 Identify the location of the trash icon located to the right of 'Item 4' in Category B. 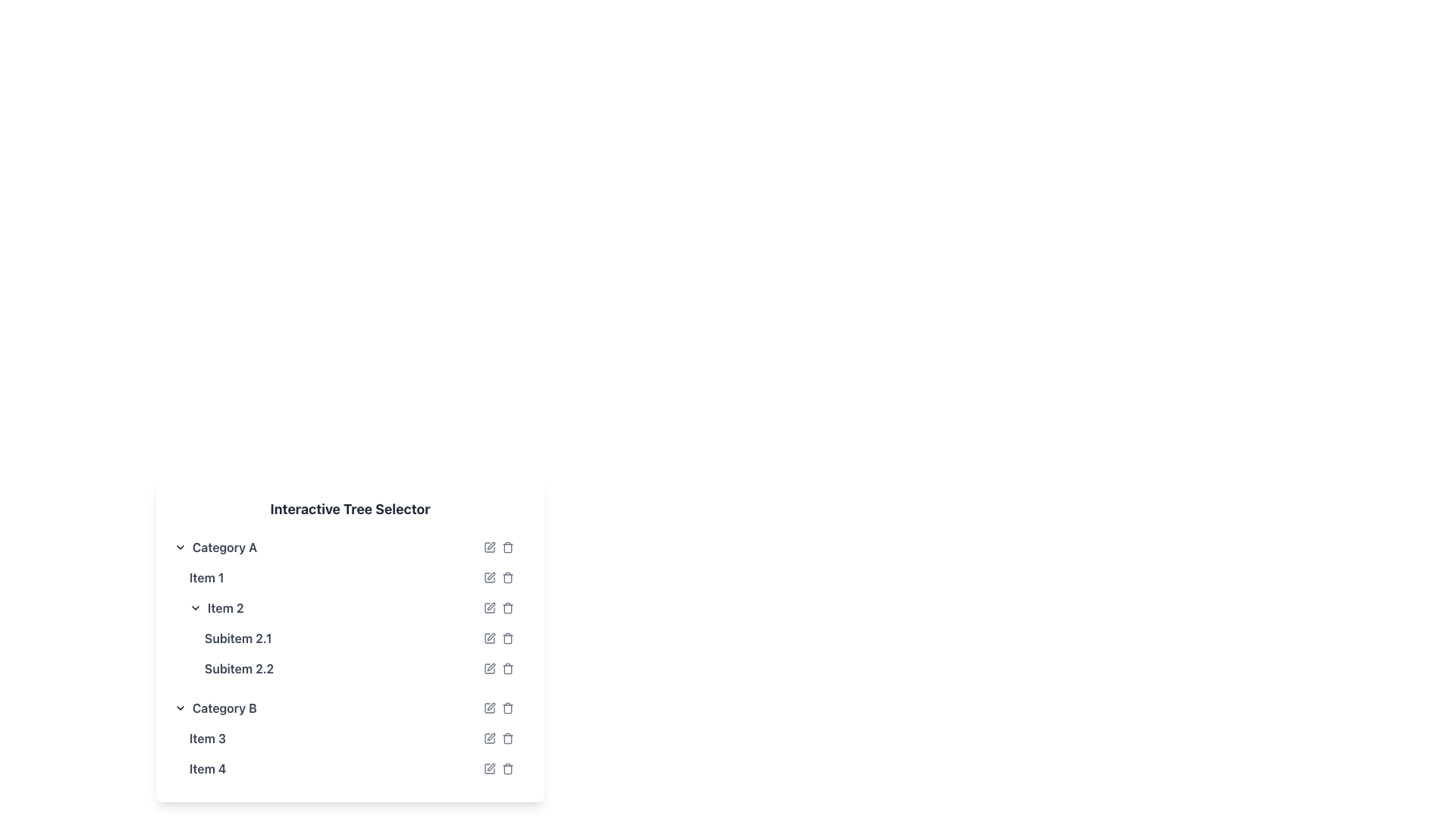
(498, 769).